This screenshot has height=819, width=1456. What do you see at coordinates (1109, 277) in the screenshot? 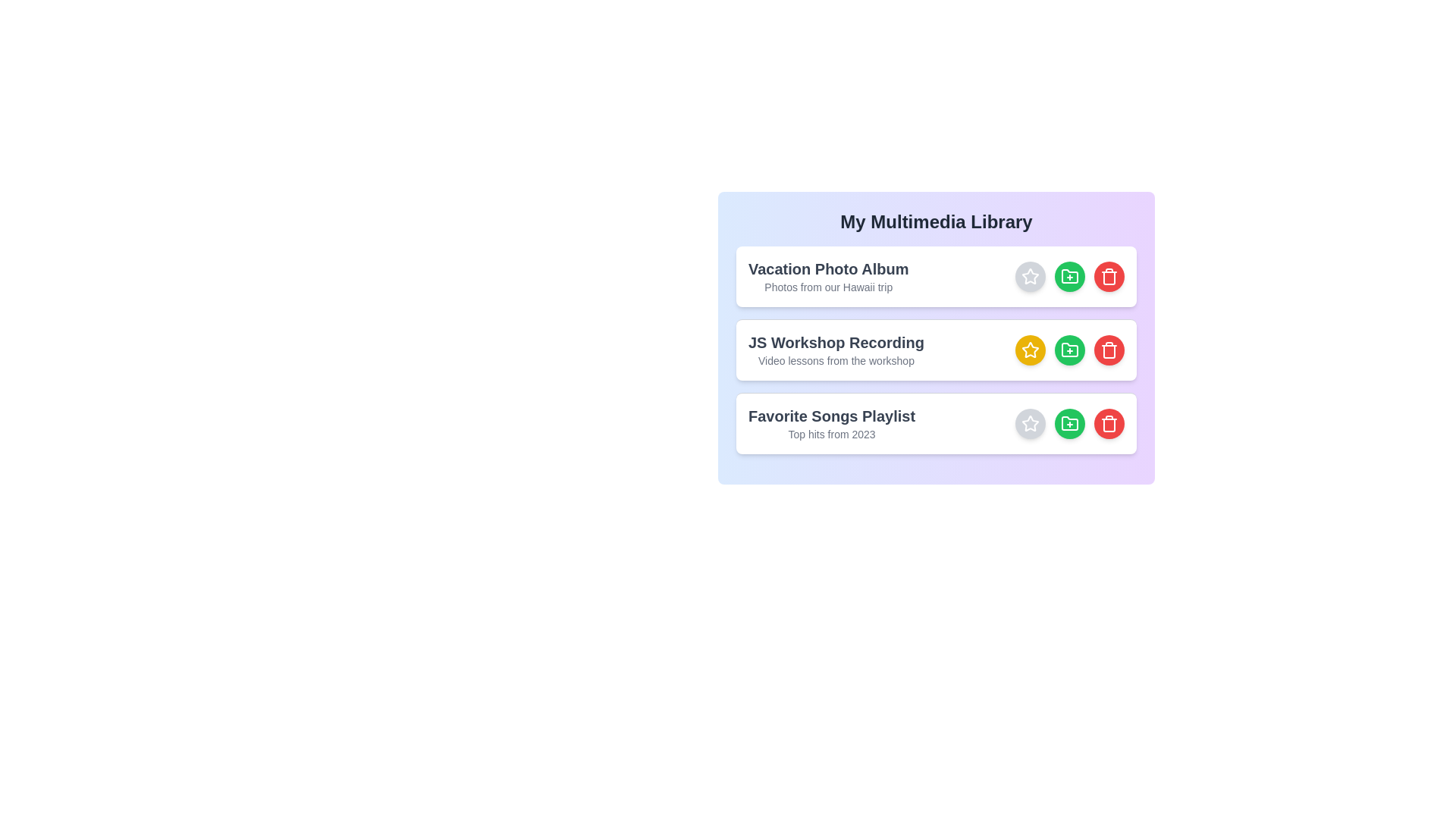
I see `the trash can icon within the red circular button` at bounding box center [1109, 277].